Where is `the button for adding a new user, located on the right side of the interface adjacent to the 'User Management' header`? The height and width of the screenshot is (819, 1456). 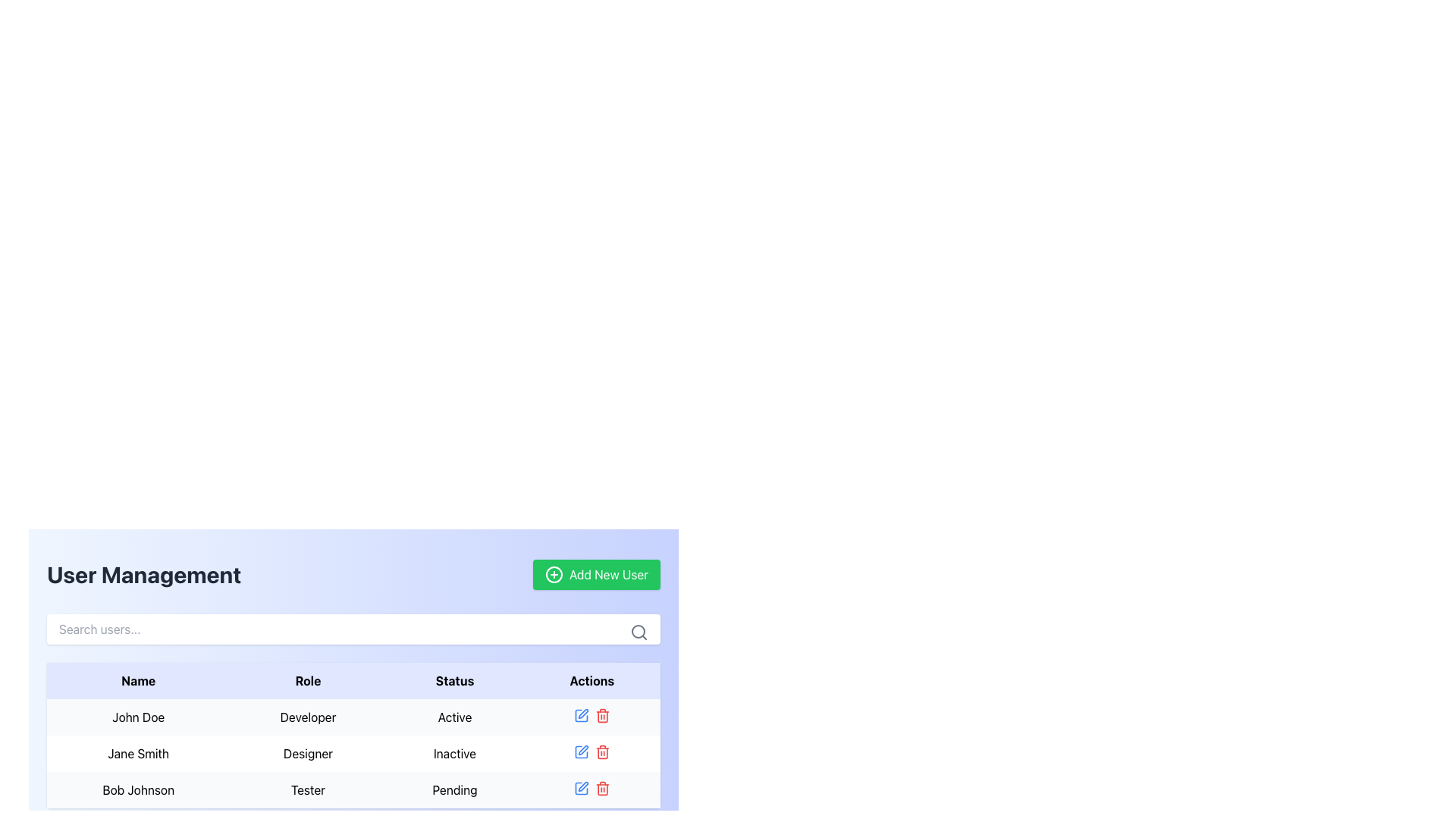 the button for adding a new user, located on the right side of the interface adjacent to the 'User Management' header is located at coordinates (596, 575).